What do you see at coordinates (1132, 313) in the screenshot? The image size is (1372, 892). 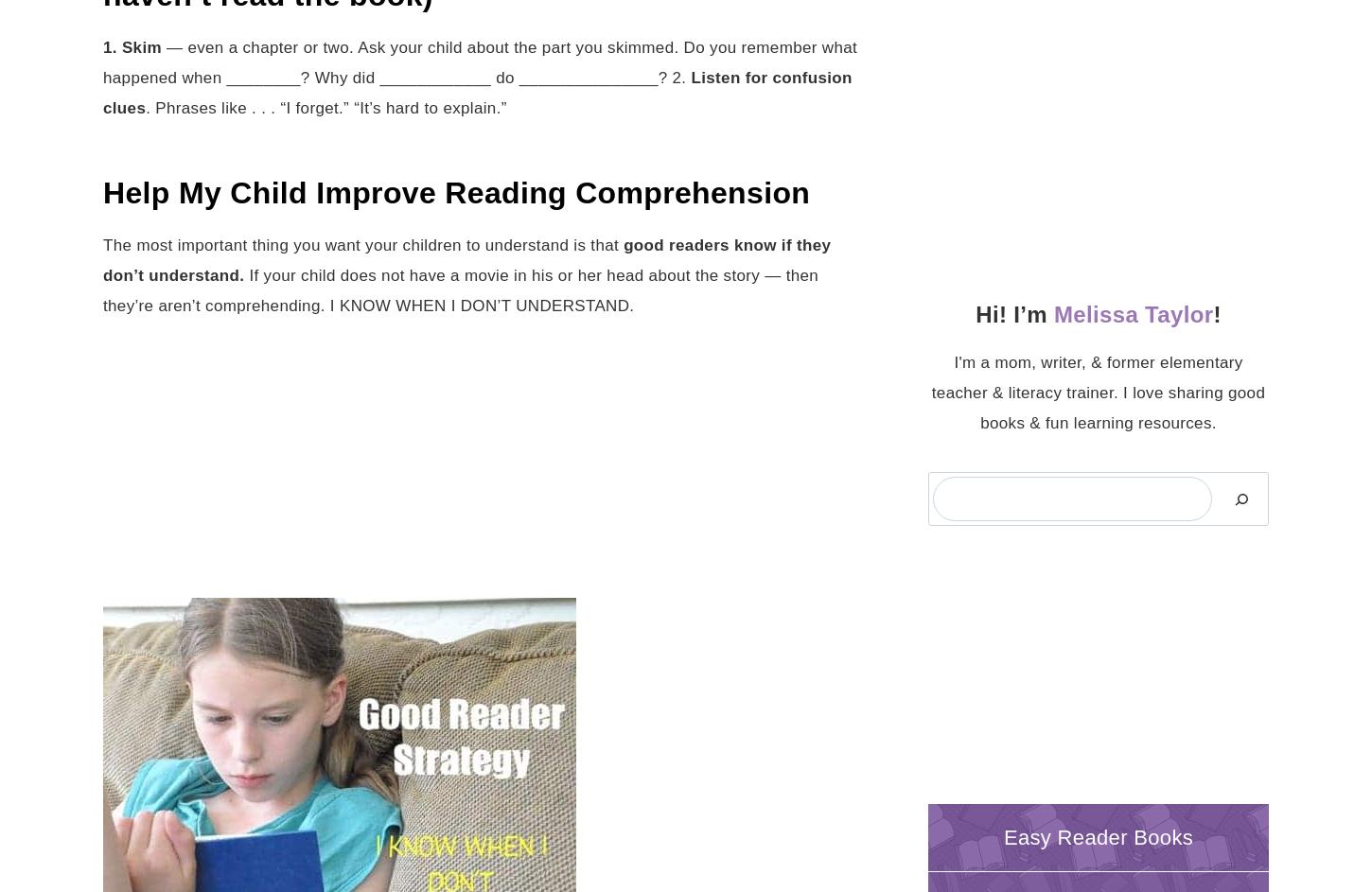 I see `'Melissa Taylor'` at bounding box center [1132, 313].